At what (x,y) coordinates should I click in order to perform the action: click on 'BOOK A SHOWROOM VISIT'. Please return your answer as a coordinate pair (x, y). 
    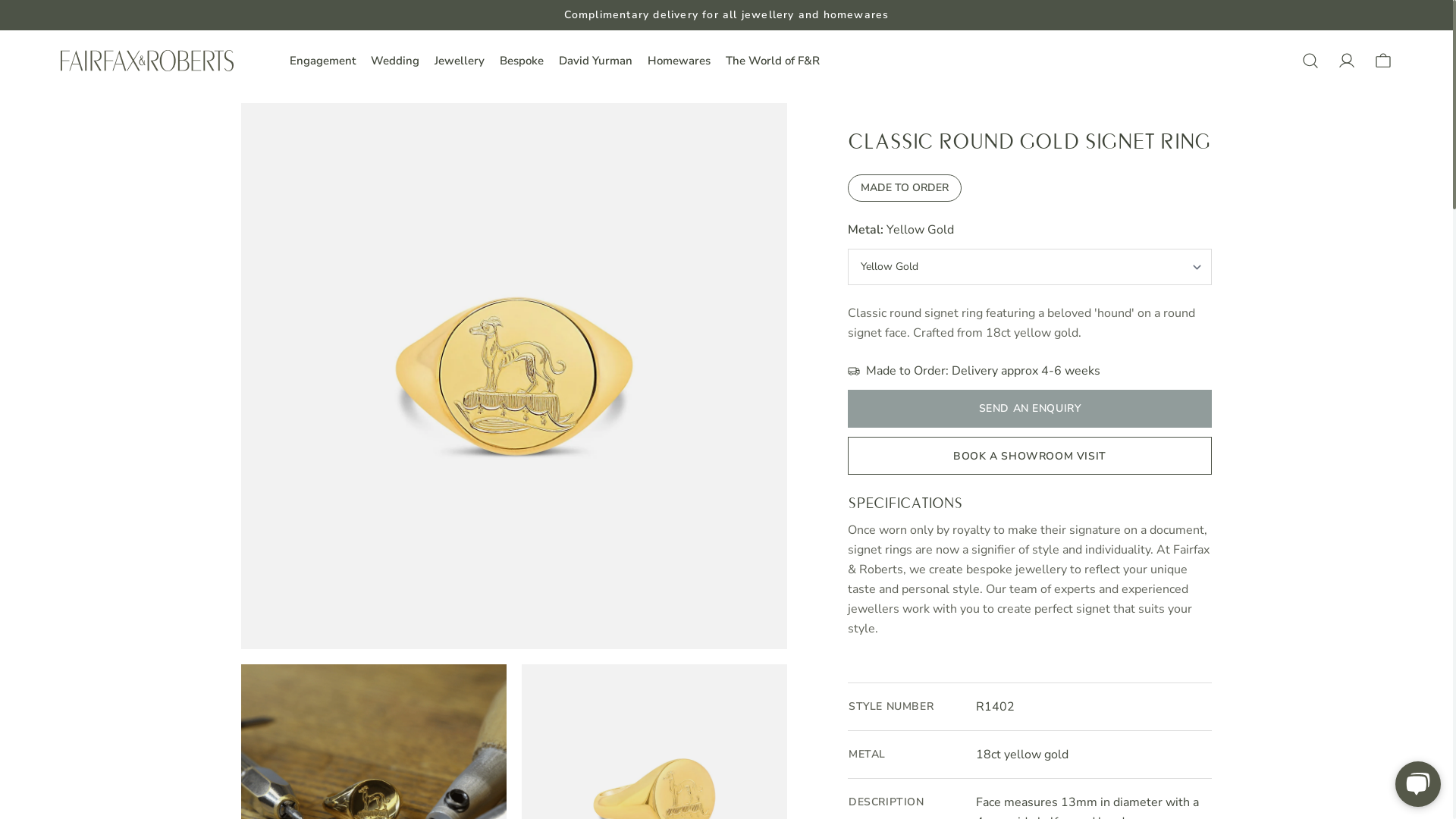
    Looking at the image, I should click on (1030, 455).